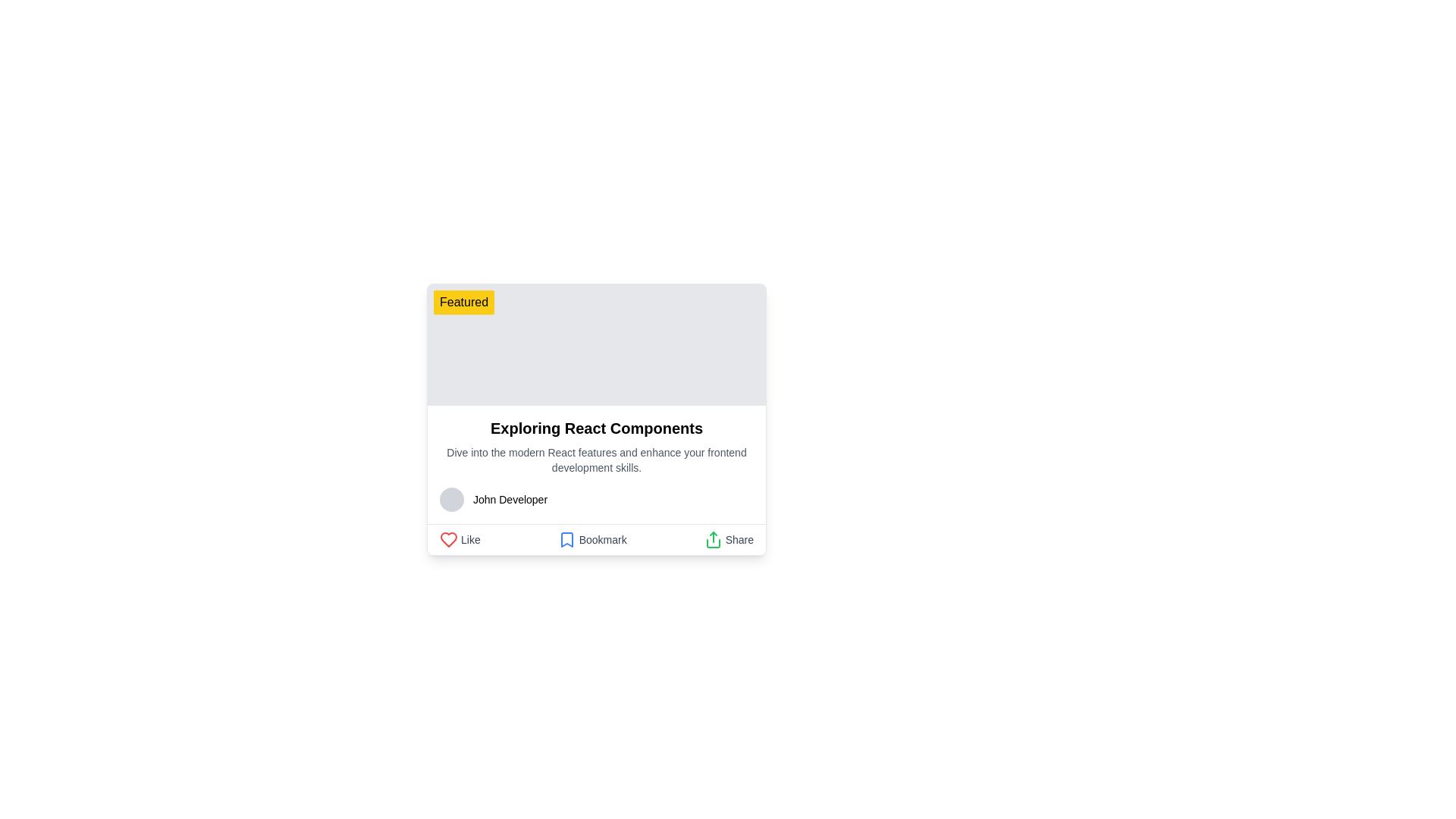 The width and height of the screenshot is (1456, 819). What do you see at coordinates (447, 539) in the screenshot?
I see `the heart-shaped icon with a red border located at the bottom left corner of the card component` at bounding box center [447, 539].